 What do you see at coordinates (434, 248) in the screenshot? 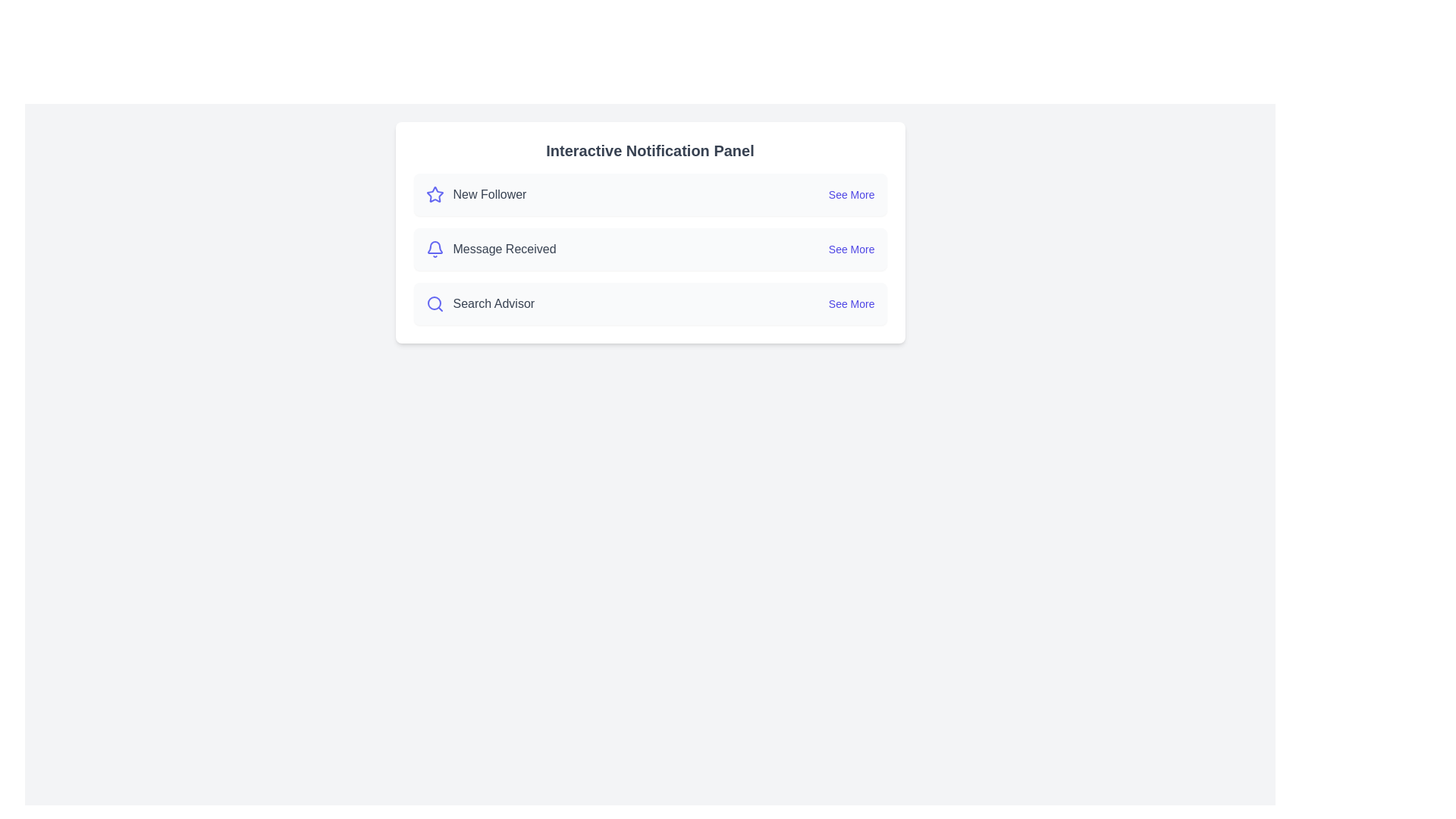
I see `the notification bell icon with rounded geometry and indigo color fill located in the second row of the 'Message Received' notification list` at bounding box center [434, 248].